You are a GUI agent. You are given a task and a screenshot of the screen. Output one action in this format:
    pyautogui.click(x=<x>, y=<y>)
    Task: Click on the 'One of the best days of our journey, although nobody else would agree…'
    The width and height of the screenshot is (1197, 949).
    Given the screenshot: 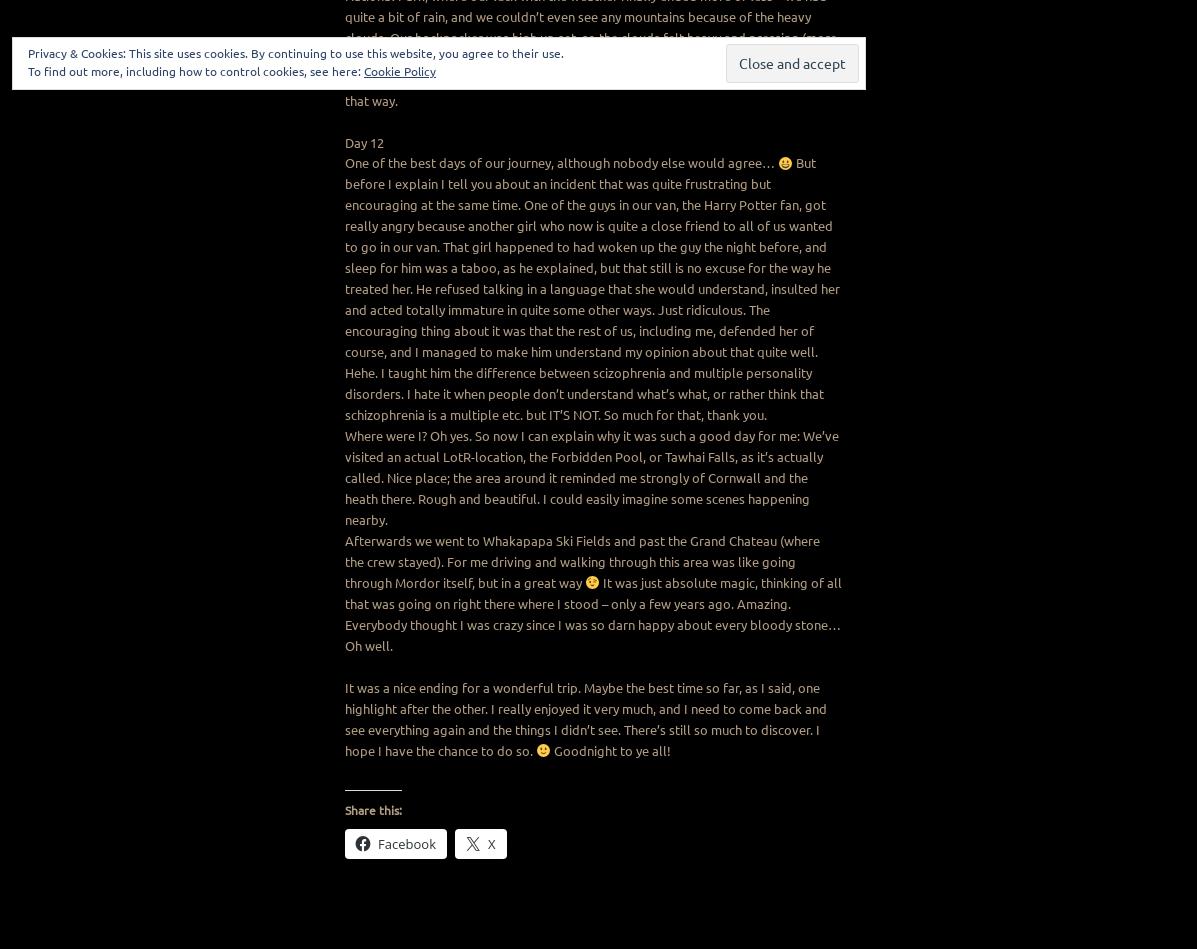 What is the action you would take?
    pyautogui.click(x=561, y=161)
    